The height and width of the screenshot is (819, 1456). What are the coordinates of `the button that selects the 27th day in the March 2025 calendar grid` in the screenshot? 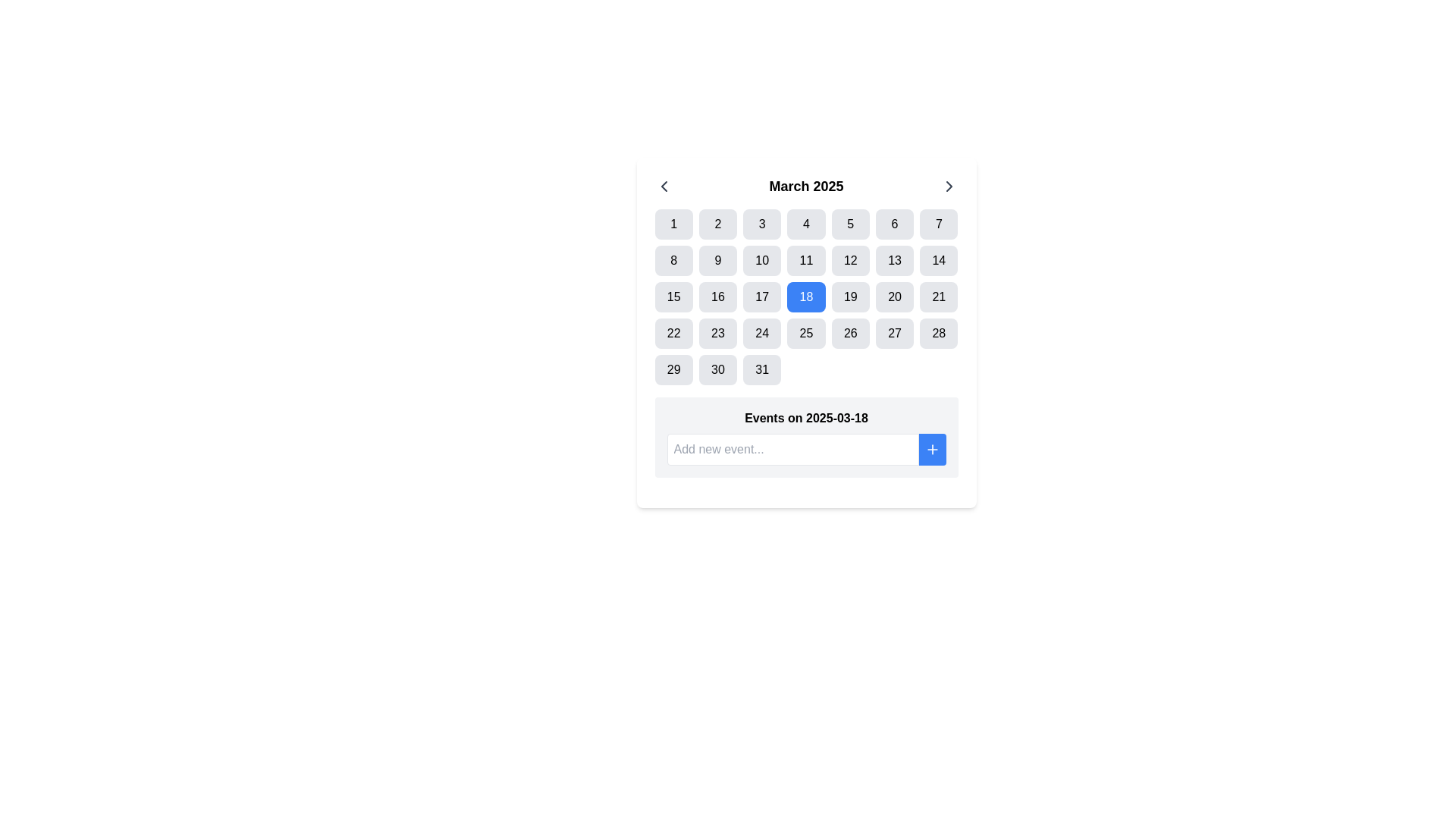 It's located at (895, 332).